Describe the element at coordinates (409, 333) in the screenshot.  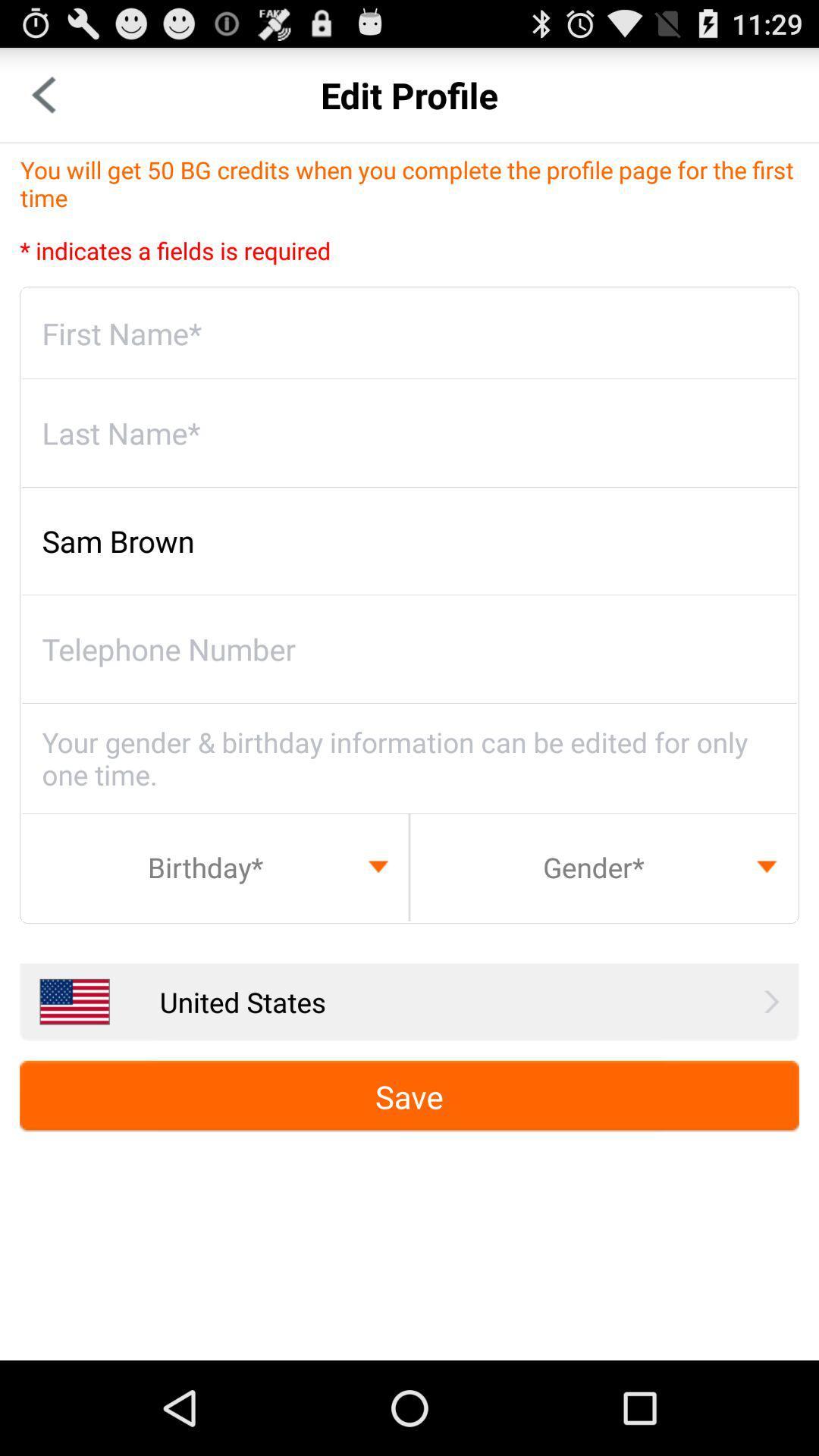
I see `a text` at that location.